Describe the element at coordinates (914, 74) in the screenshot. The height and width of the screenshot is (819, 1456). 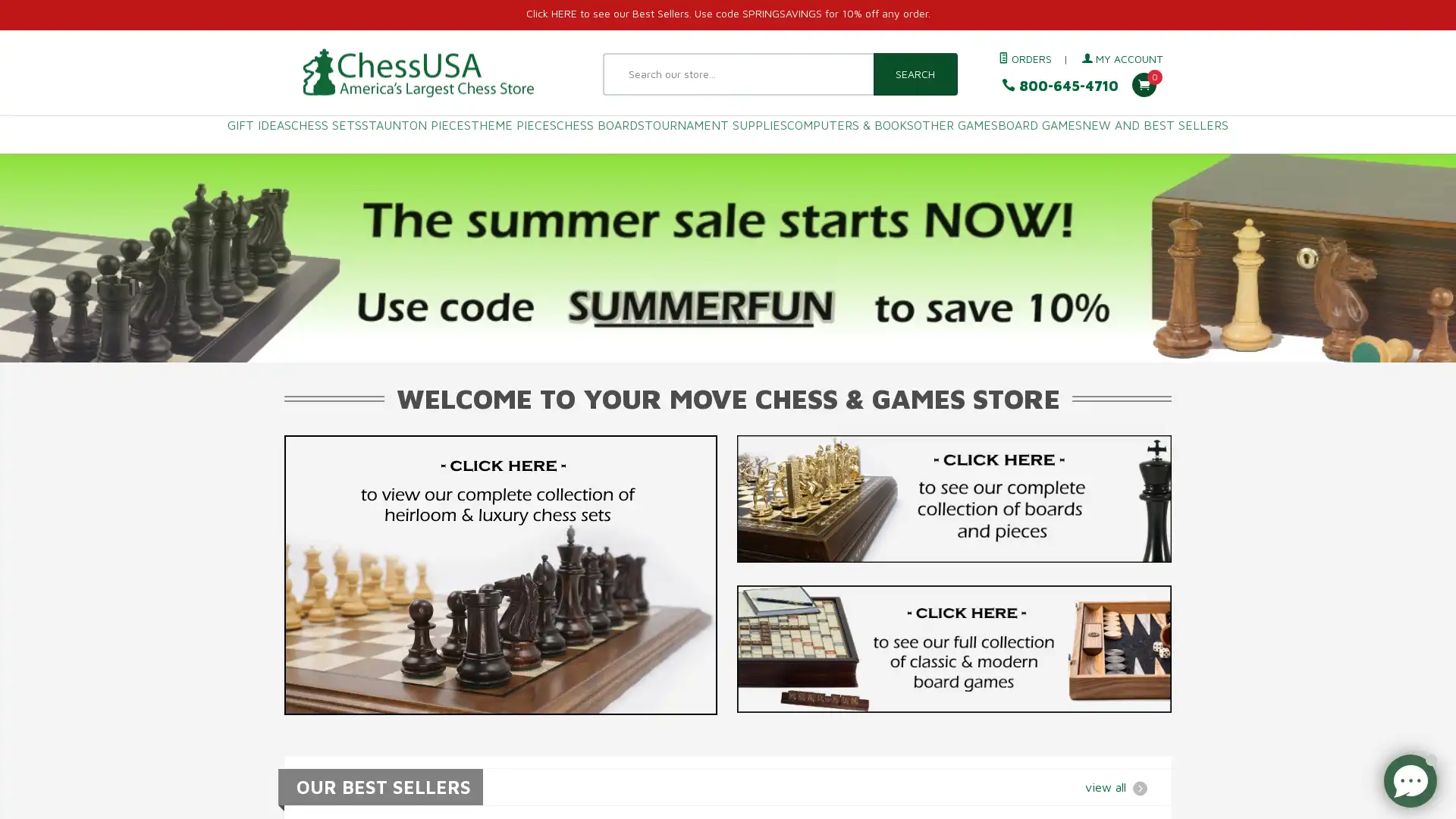
I see `SEARCH` at that location.